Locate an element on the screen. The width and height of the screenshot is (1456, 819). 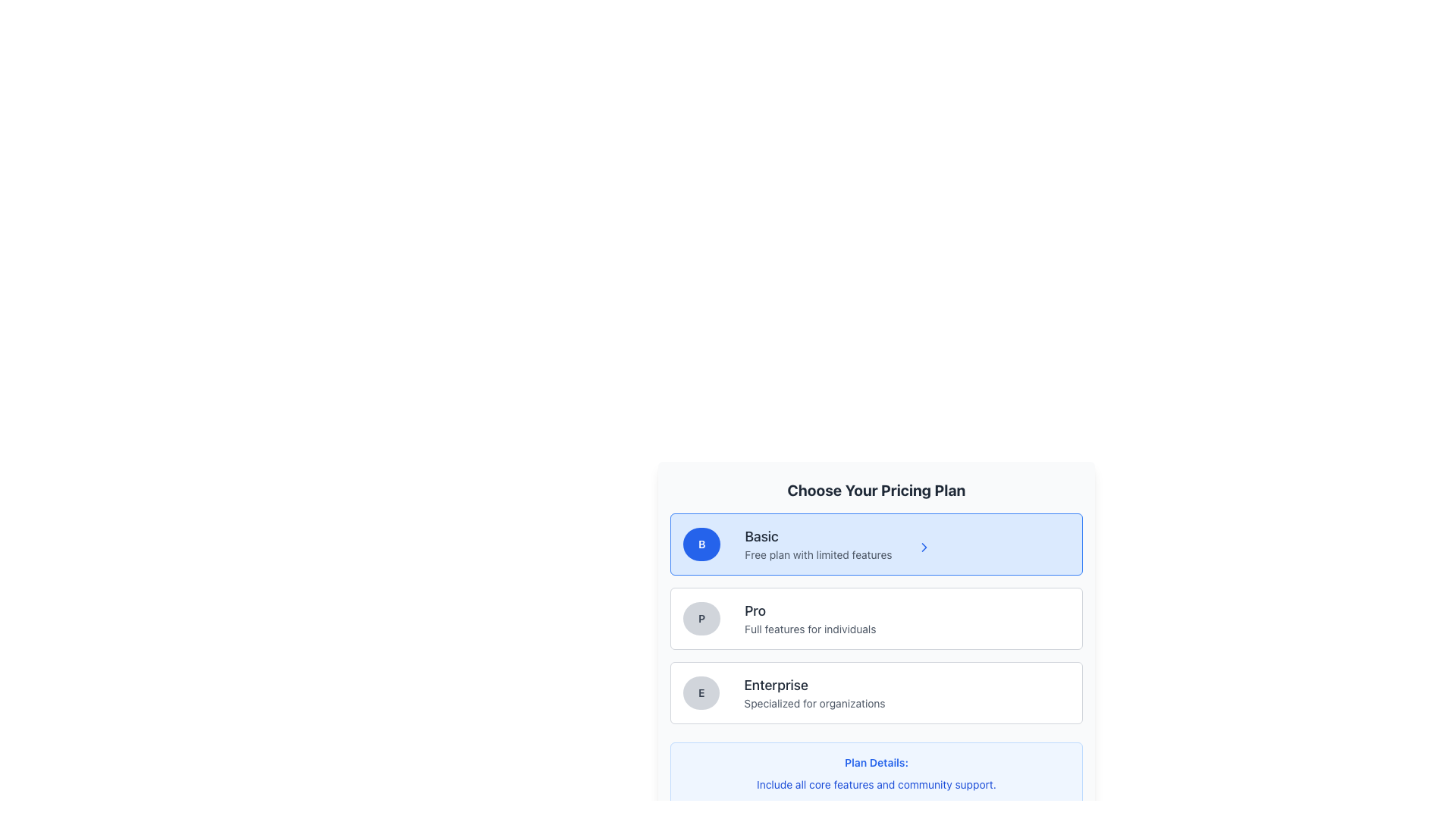
descriptive subtitle text located below the title 'Enterprise' in the 'Enterprise' pricing plan option, which is the second text element within this section is located at coordinates (814, 704).